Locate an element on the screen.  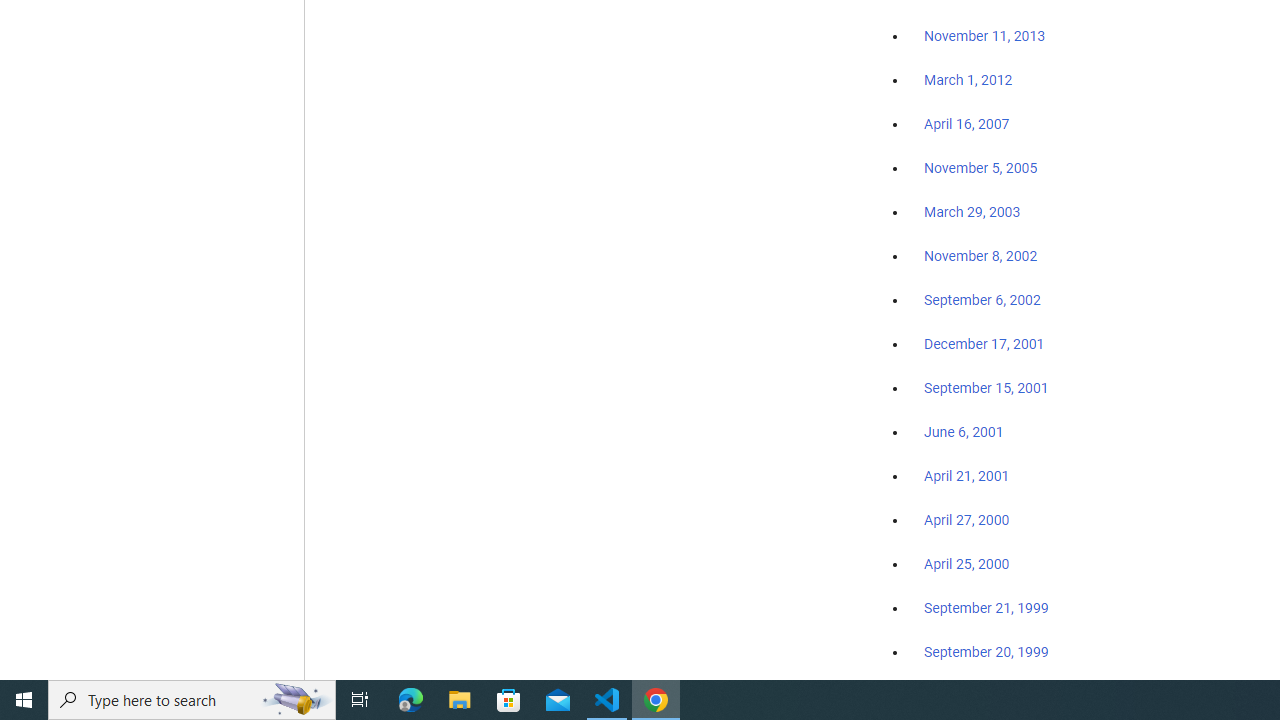
'September 21, 1999' is located at coordinates (986, 607).